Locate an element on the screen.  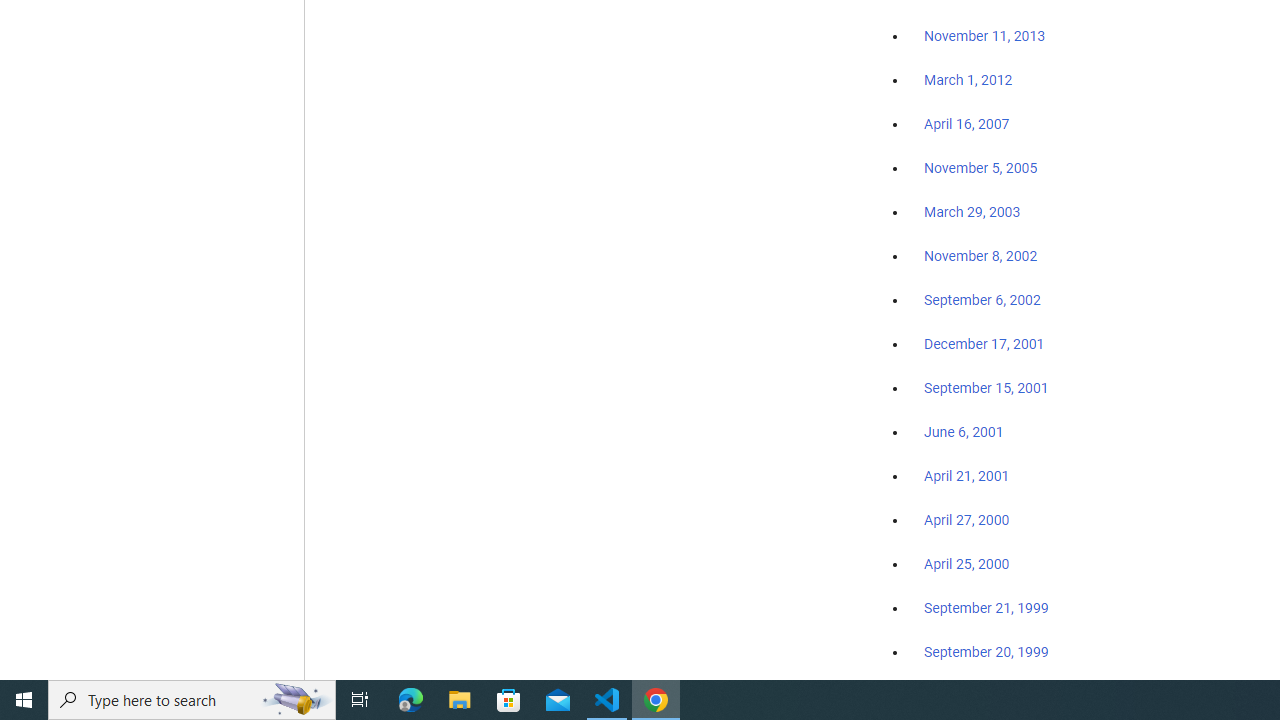
'September 21, 1999' is located at coordinates (986, 607).